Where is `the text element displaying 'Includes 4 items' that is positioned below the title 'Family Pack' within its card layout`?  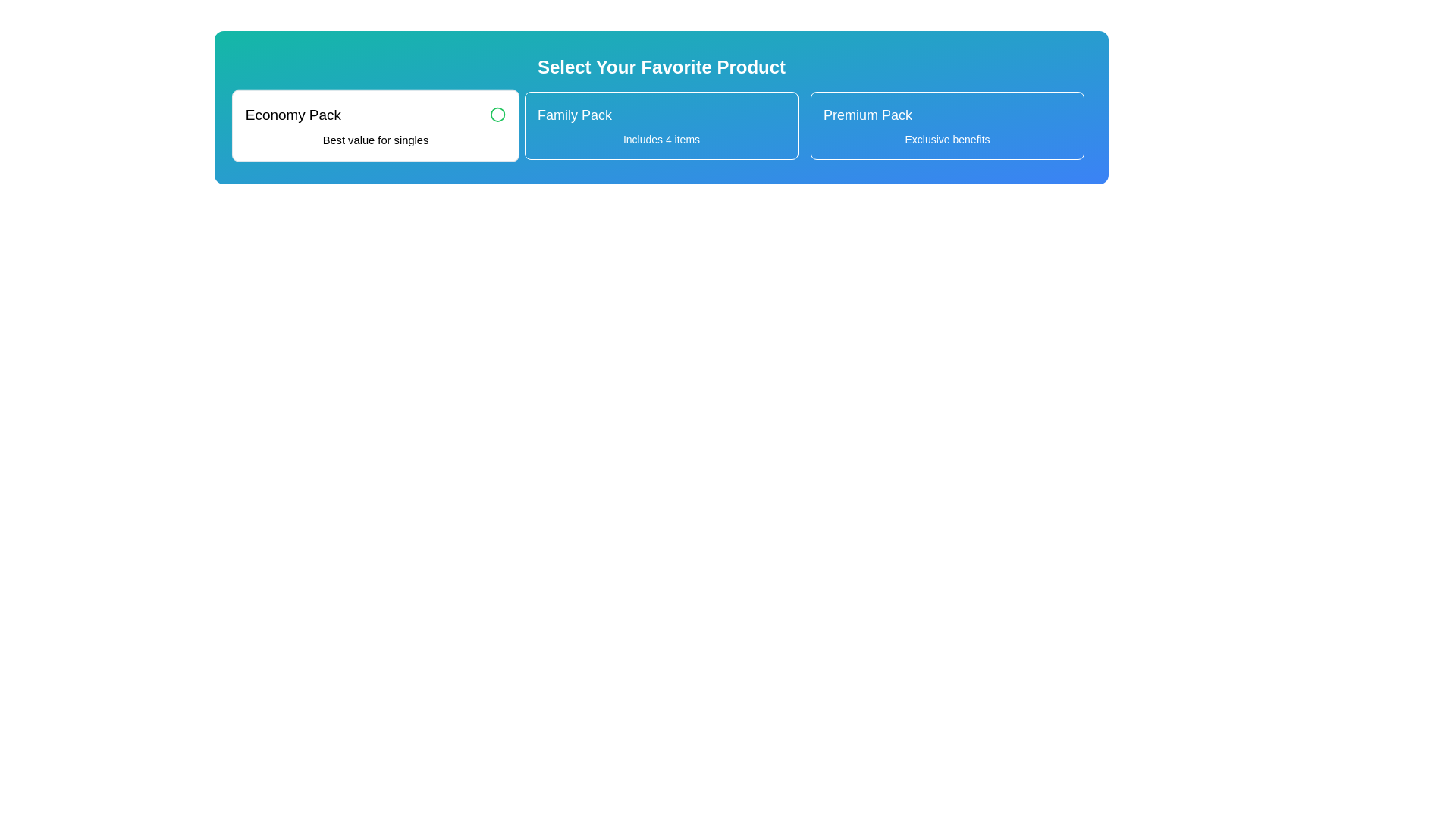
the text element displaying 'Includes 4 items' that is positioned below the title 'Family Pack' within its card layout is located at coordinates (661, 140).